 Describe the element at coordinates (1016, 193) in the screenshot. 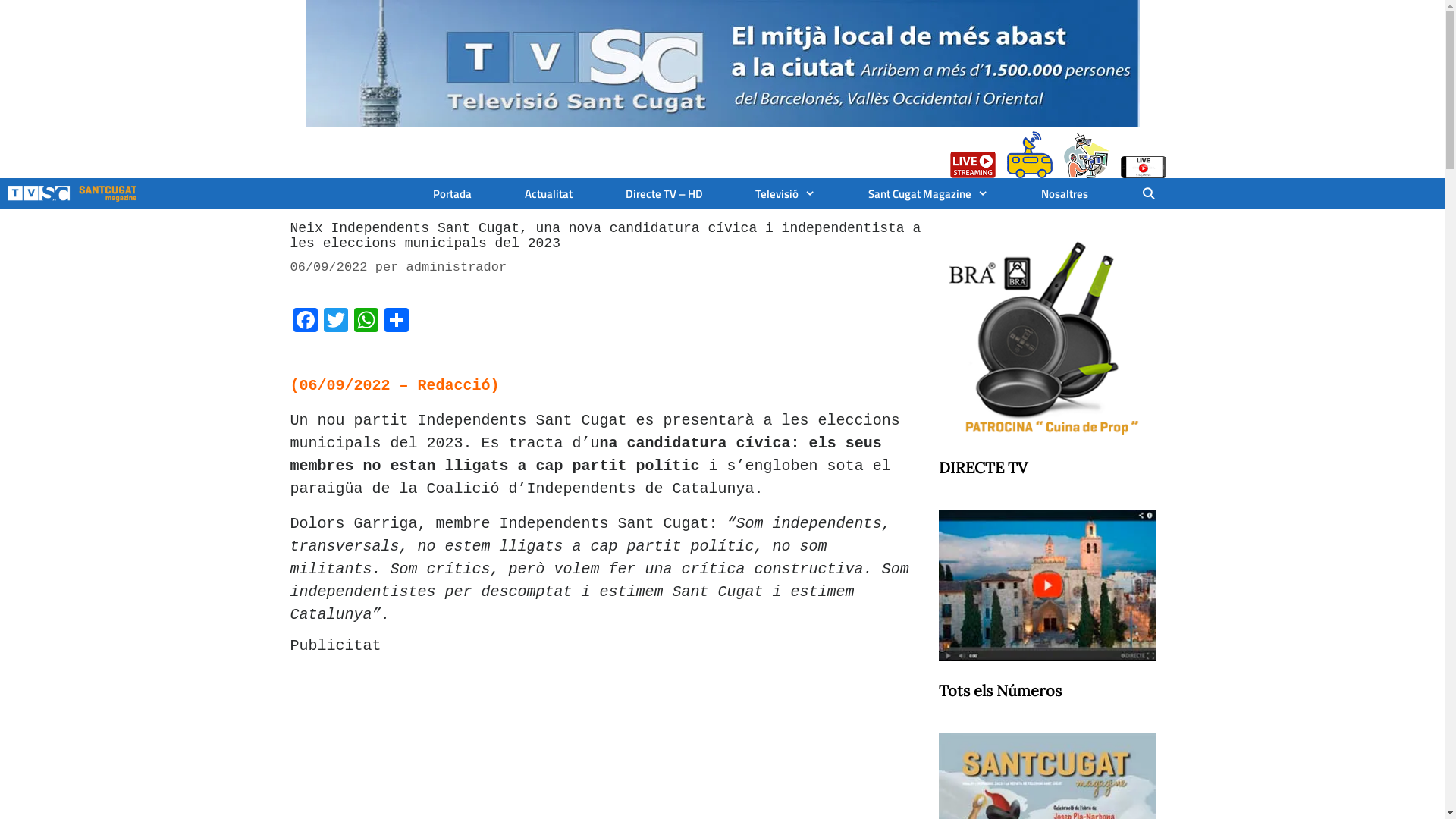

I see `'Nosaltres'` at that location.